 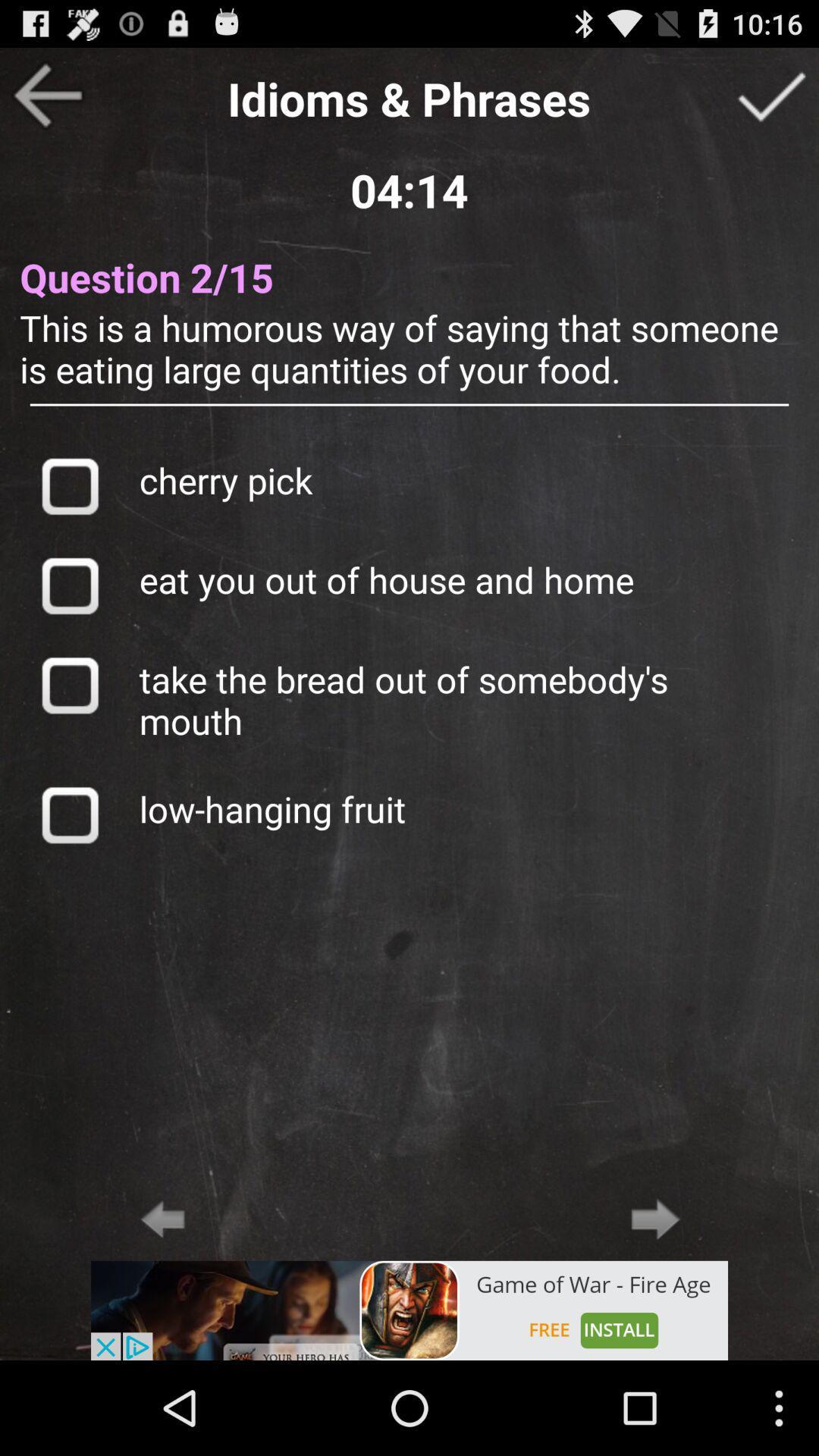 I want to click on selects answer, so click(x=69, y=585).